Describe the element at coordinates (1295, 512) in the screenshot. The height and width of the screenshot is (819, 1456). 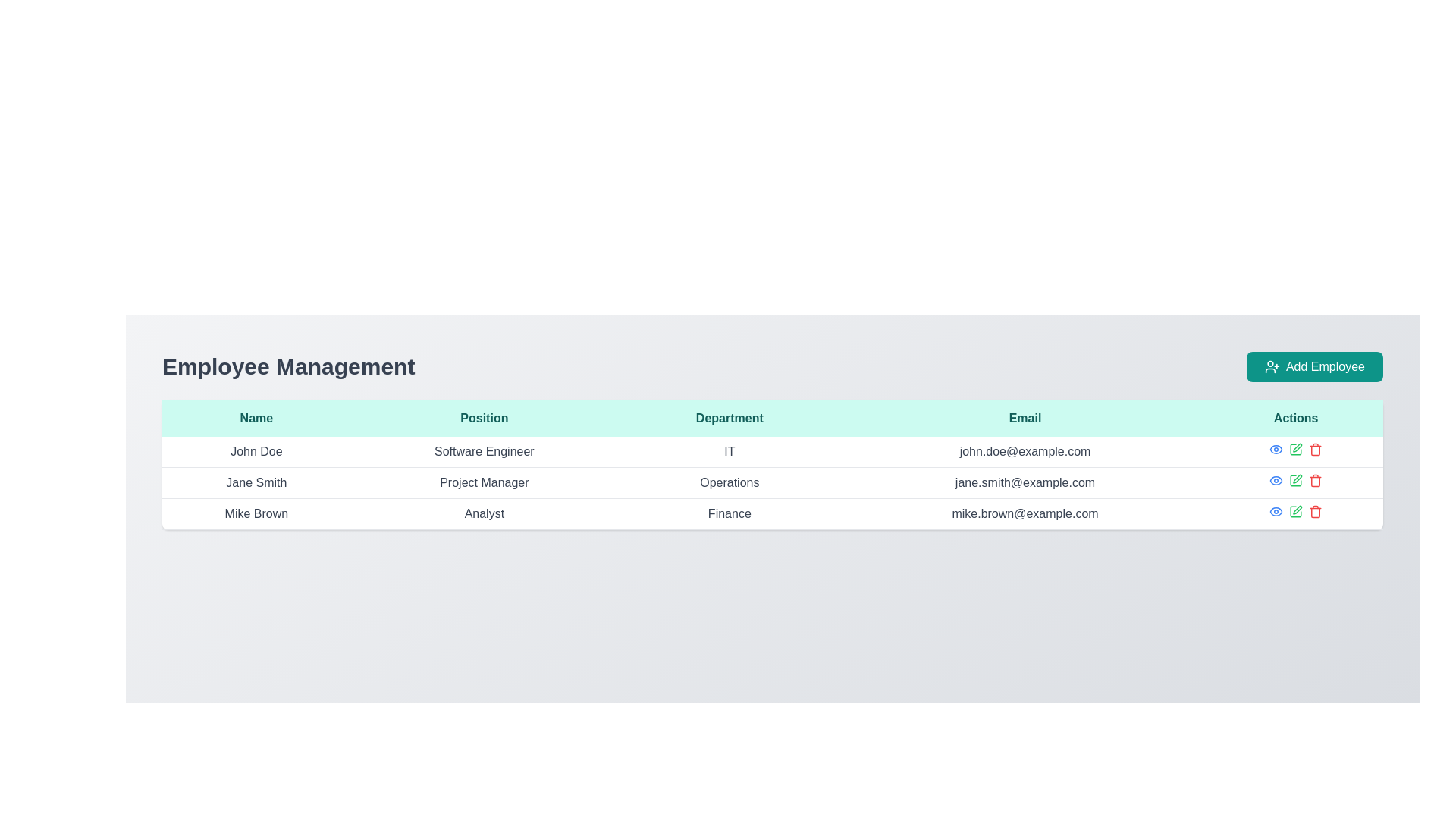
I see `the 'Edit' icon located in the last row of the table under the 'Actions' column` at that location.